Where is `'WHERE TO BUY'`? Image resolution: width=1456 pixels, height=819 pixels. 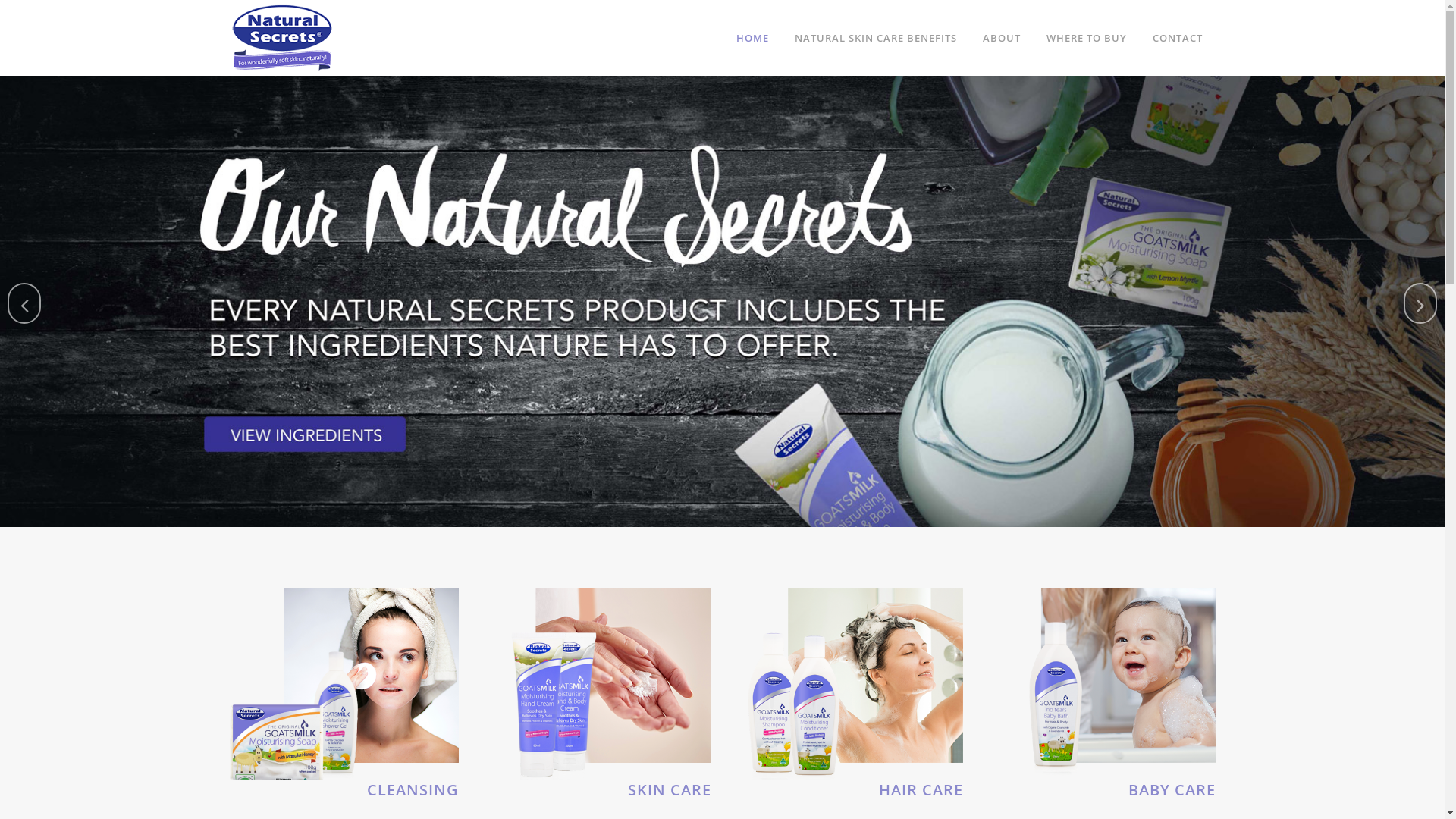 'WHERE TO BUY' is located at coordinates (1032, 37).